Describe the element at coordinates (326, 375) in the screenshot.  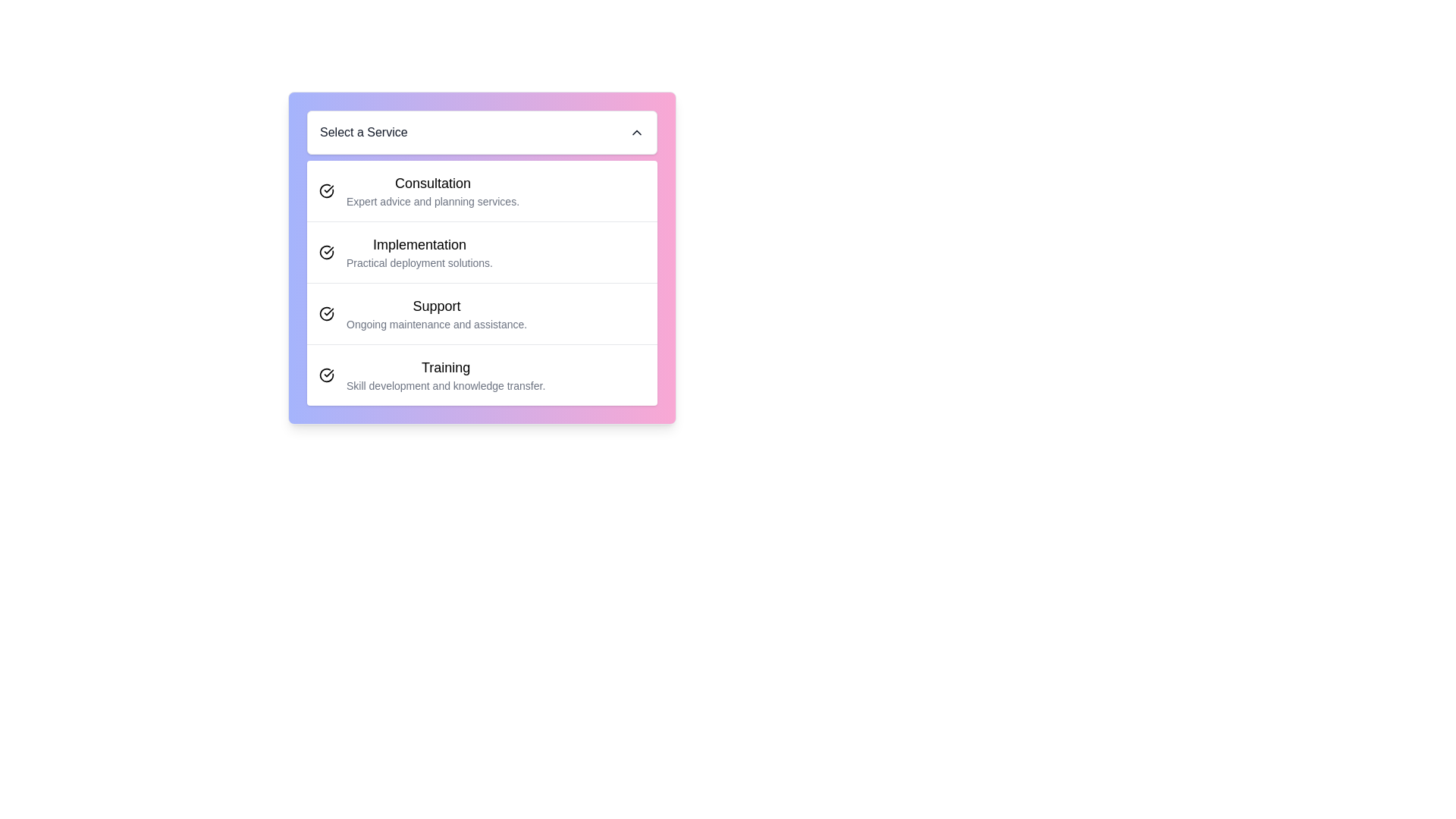
I see `the decorative vector graphic component of the 'Training' service icon, located at the bottom left corner of the 'Training' section` at that location.